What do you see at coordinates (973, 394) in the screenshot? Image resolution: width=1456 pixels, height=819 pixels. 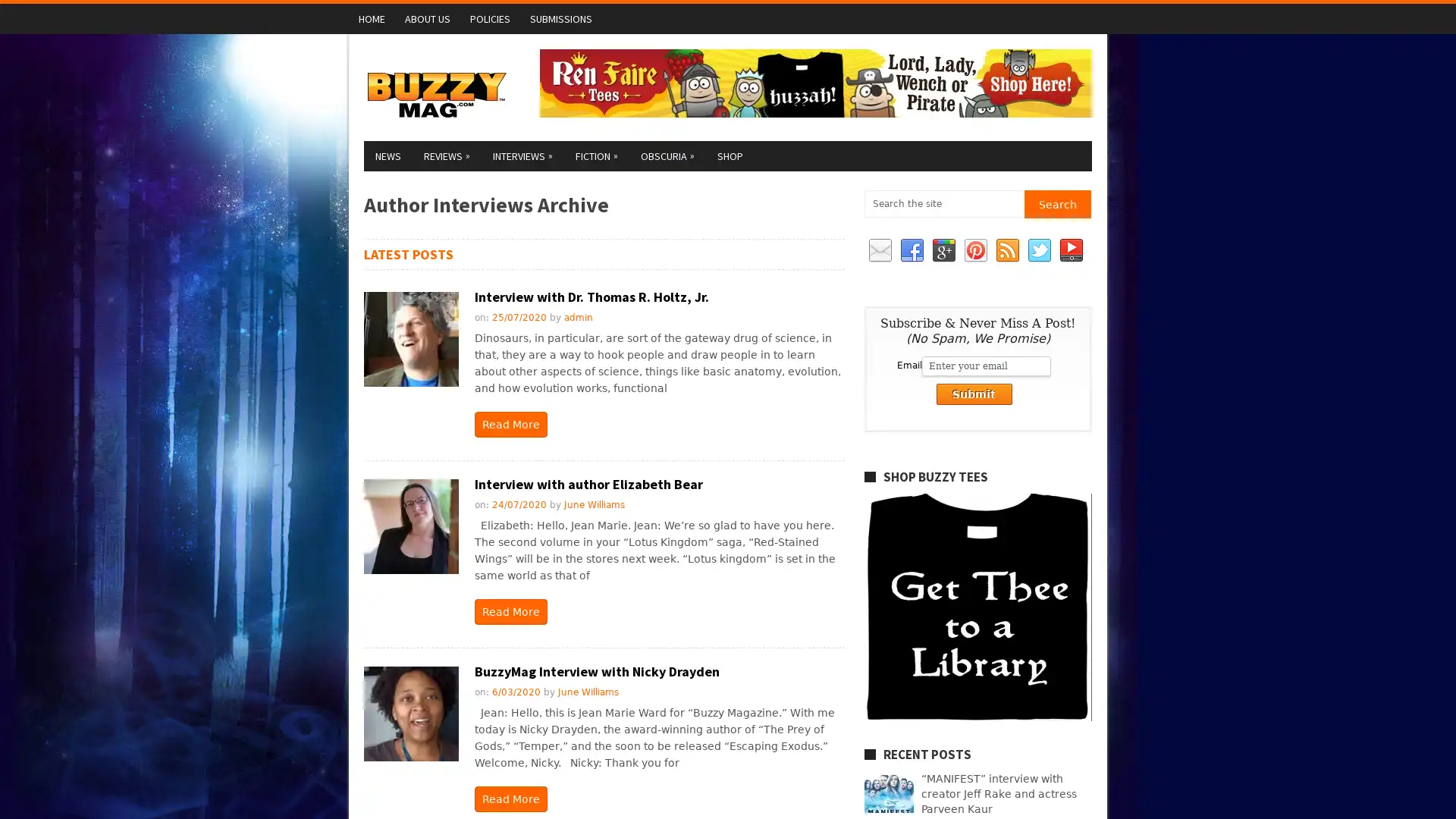 I see `Submit` at bounding box center [973, 394].